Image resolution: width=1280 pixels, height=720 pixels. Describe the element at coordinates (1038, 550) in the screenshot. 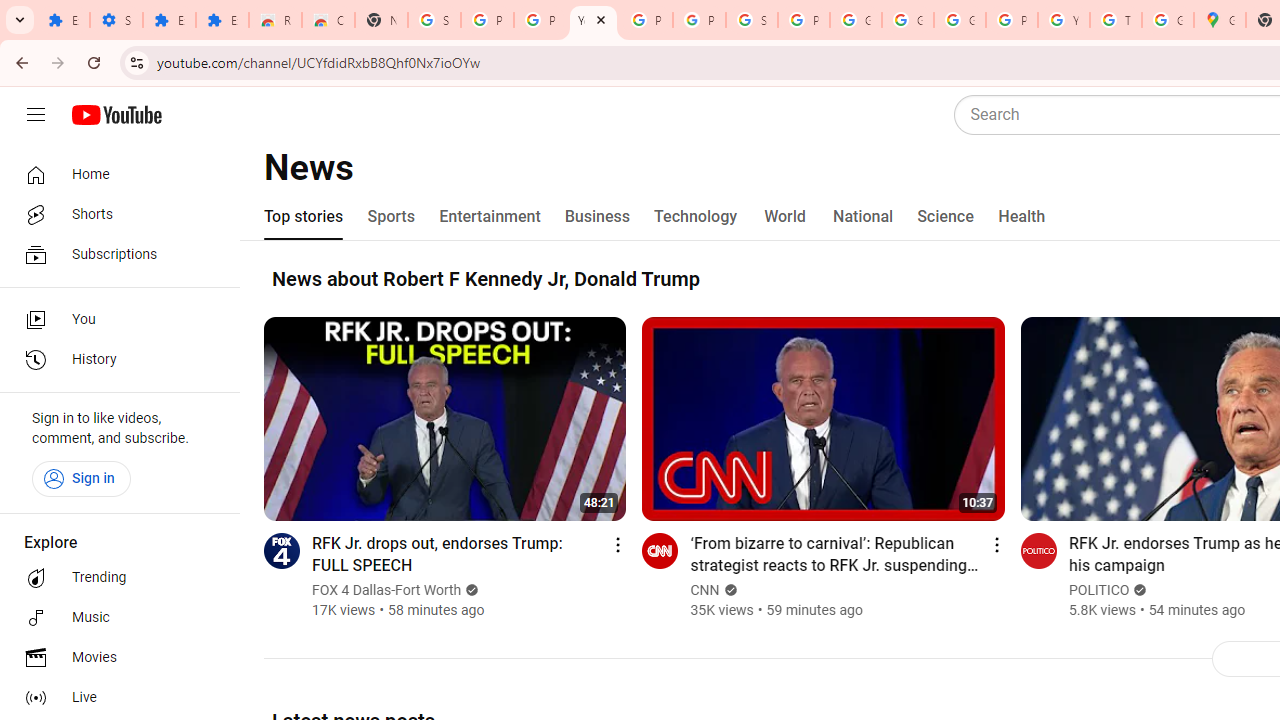

I see `'Go to channel'` at that location.